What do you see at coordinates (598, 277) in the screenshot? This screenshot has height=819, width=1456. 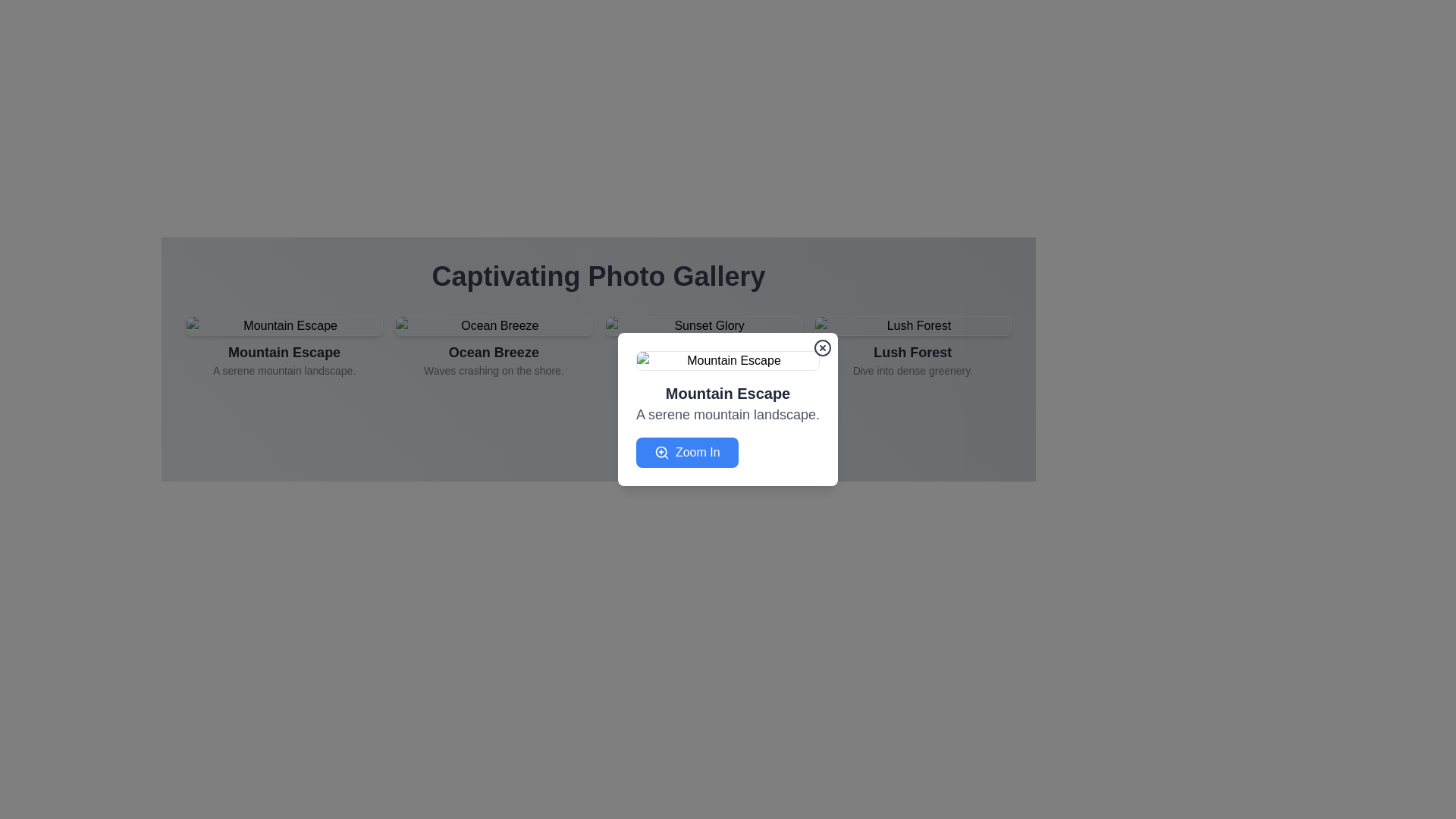 I see `the Heading text element that serves as the title for the photo gallery to check for any tooltip appearance` at bounding box center [598, 277].